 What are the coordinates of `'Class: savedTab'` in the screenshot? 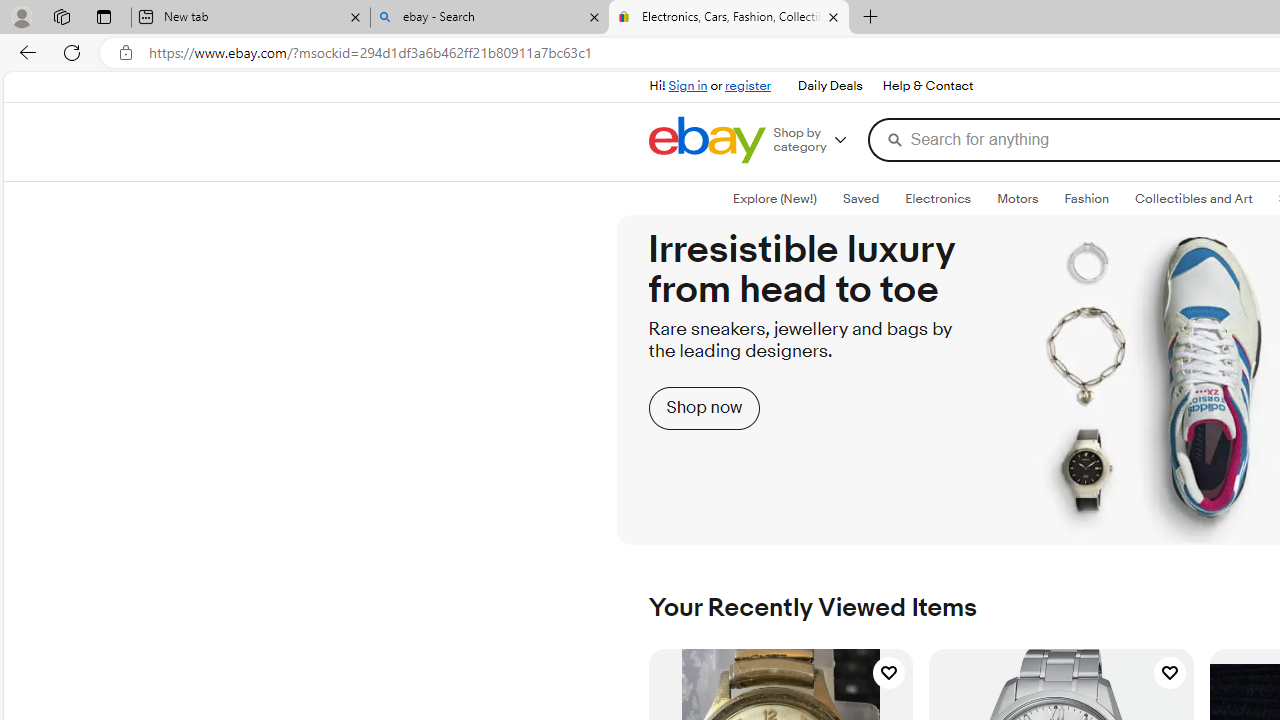 It's located at (861, 199).